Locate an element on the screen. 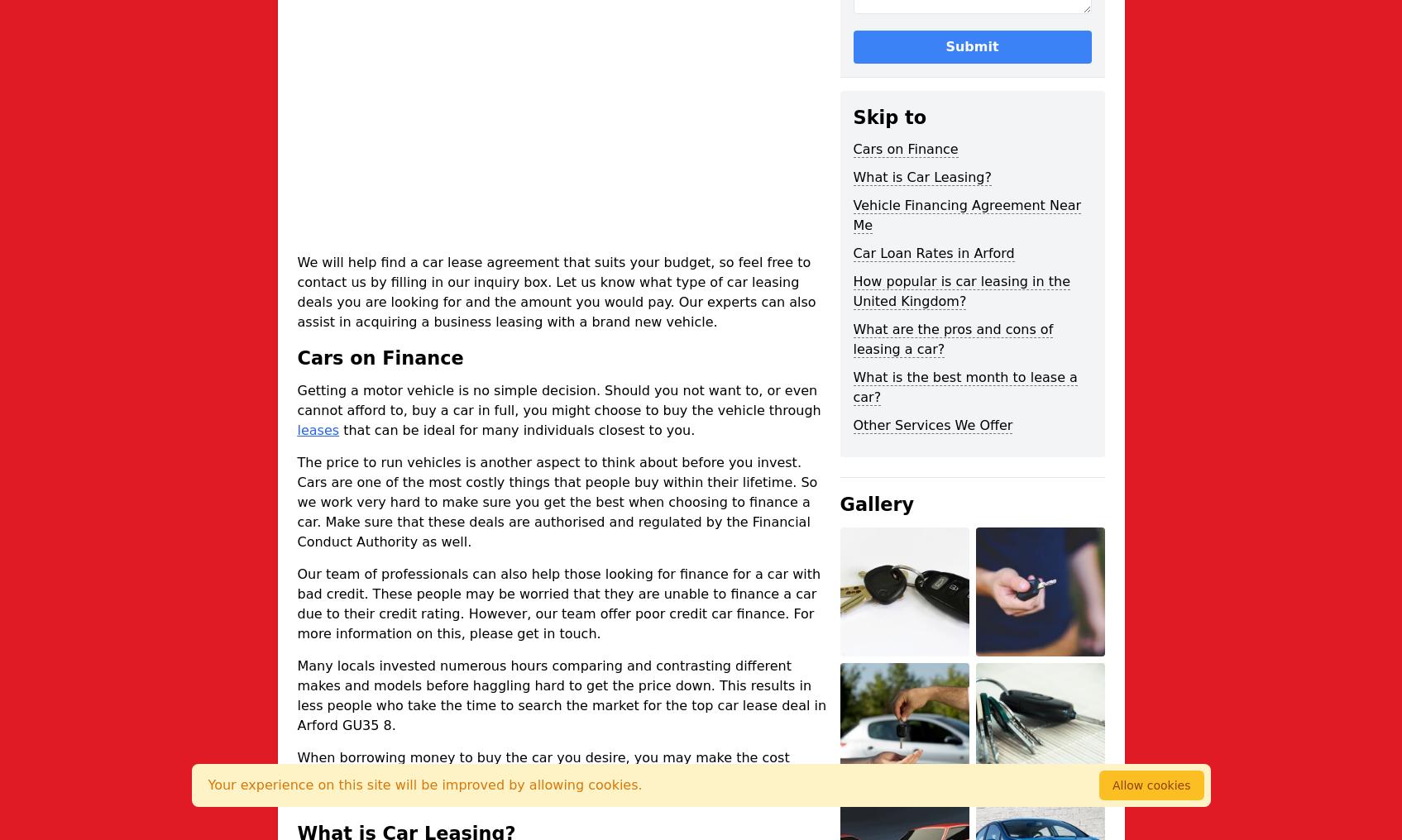  'Many locals invested numerous hours comparing and contrasting different makes and models before haggling hard to get the price down. This results in less people who take the time to search the market for the top car lease deal in Arford GU35 8.' is located at coordinates (562, 694).